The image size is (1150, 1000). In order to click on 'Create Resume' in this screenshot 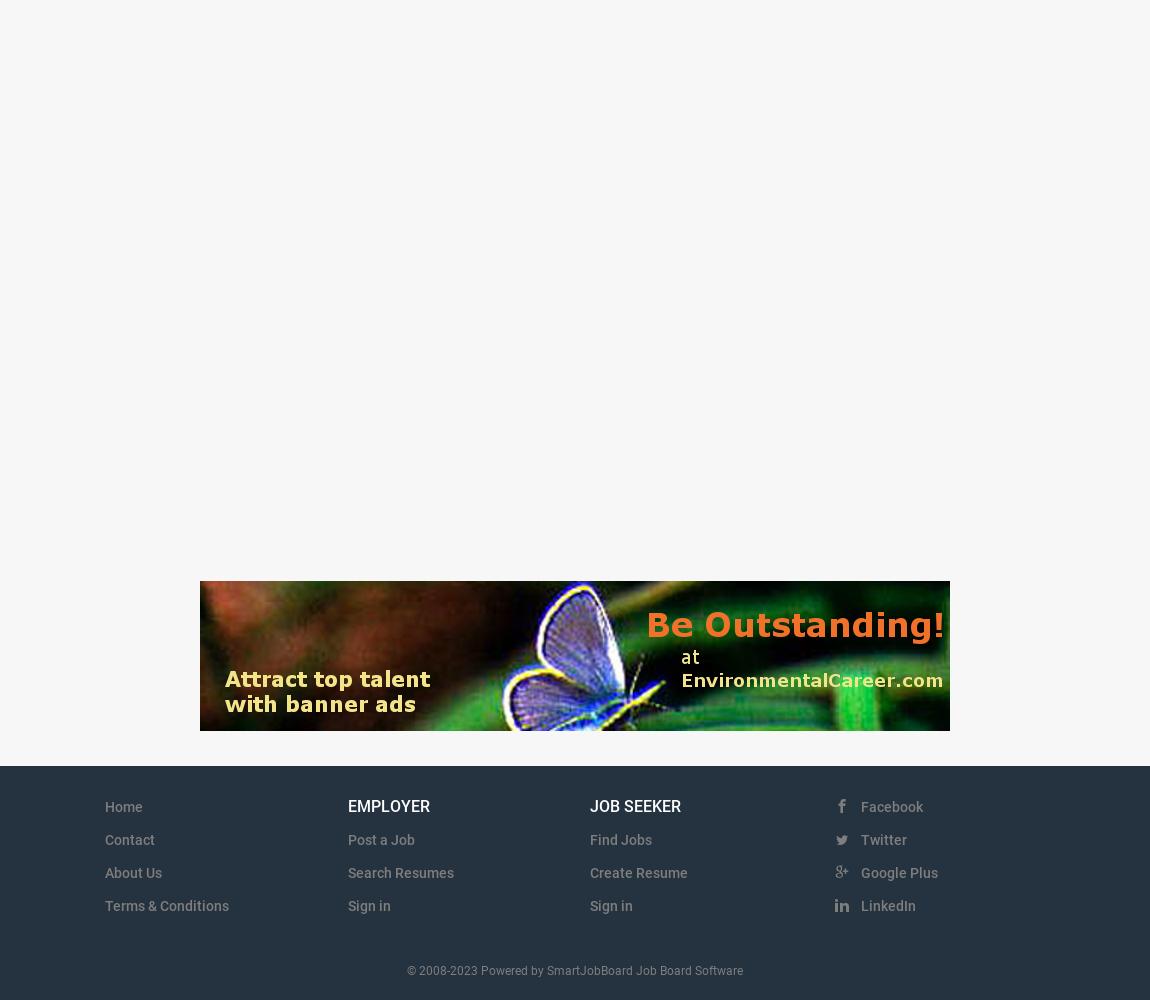, I will do `click(638, 872)`.